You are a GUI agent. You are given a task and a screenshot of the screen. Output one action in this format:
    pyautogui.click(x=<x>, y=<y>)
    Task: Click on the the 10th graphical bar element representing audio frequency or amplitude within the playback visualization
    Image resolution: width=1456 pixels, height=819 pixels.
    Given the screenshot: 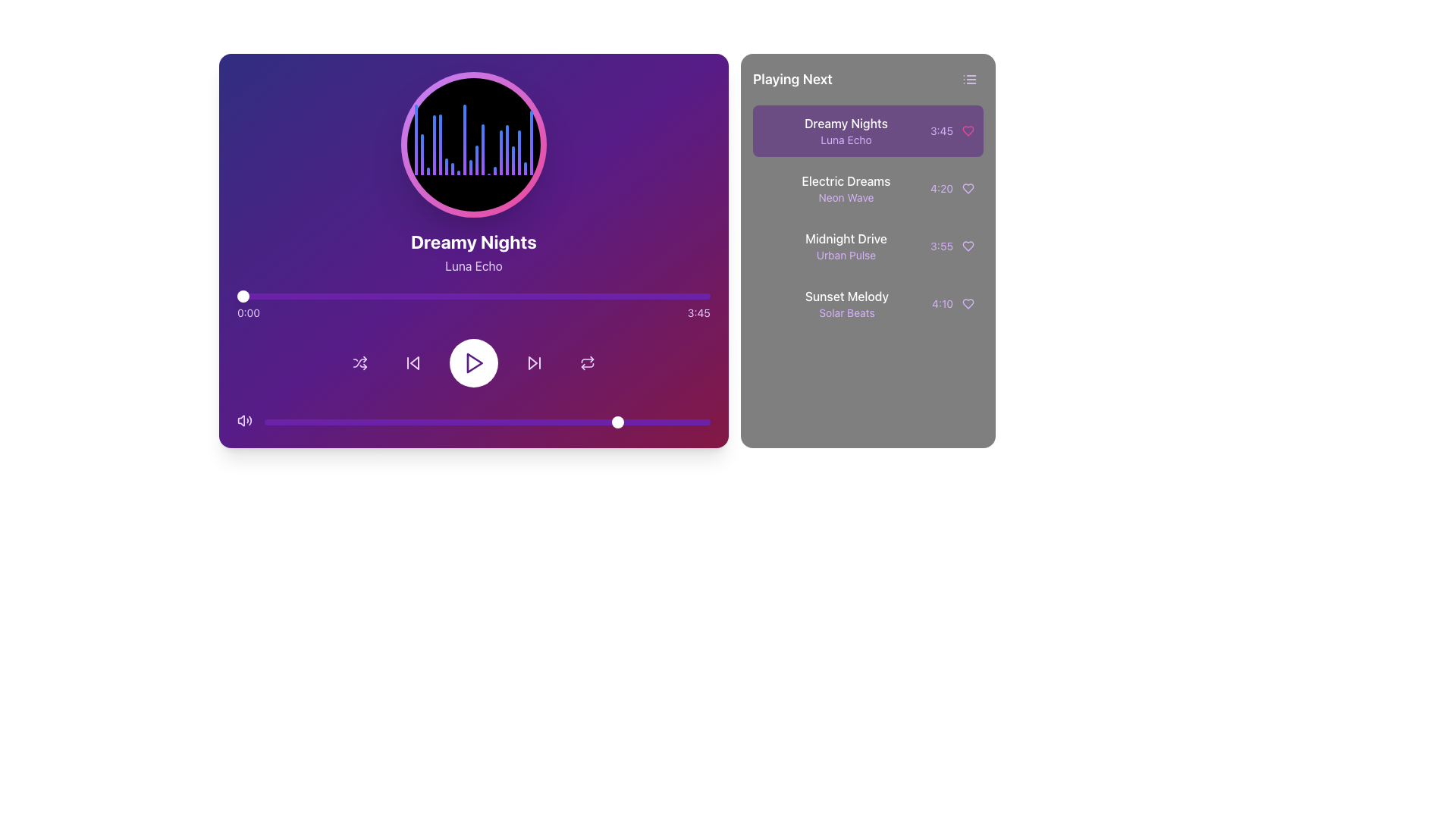 What is the action you would take?
    pyautogui.click(x=469, y=168)
    